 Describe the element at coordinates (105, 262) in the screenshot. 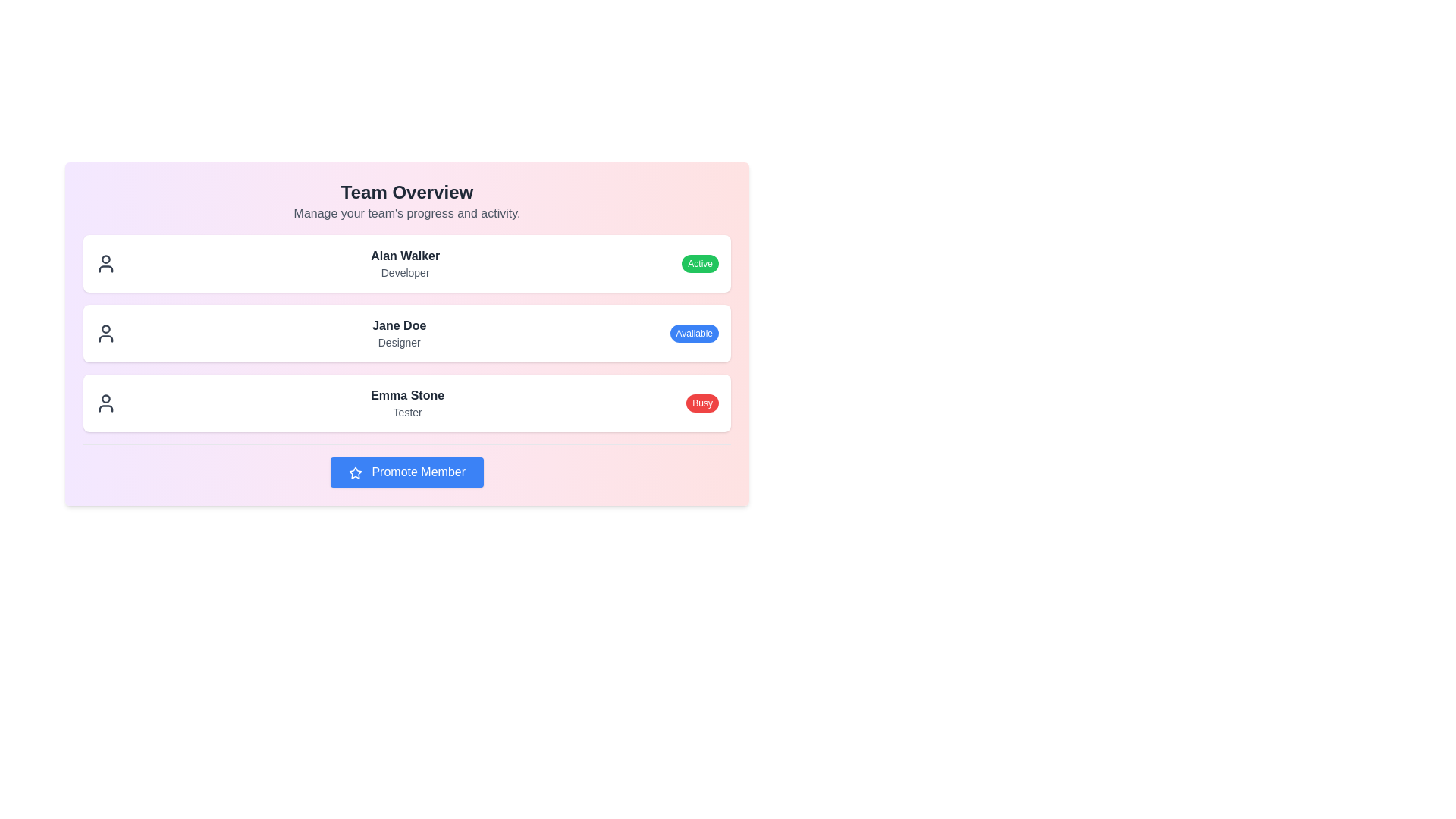

I see `the user profile icon located in the first row of the user overview block, to the left of 'Alan Walker Developer'` at that location.